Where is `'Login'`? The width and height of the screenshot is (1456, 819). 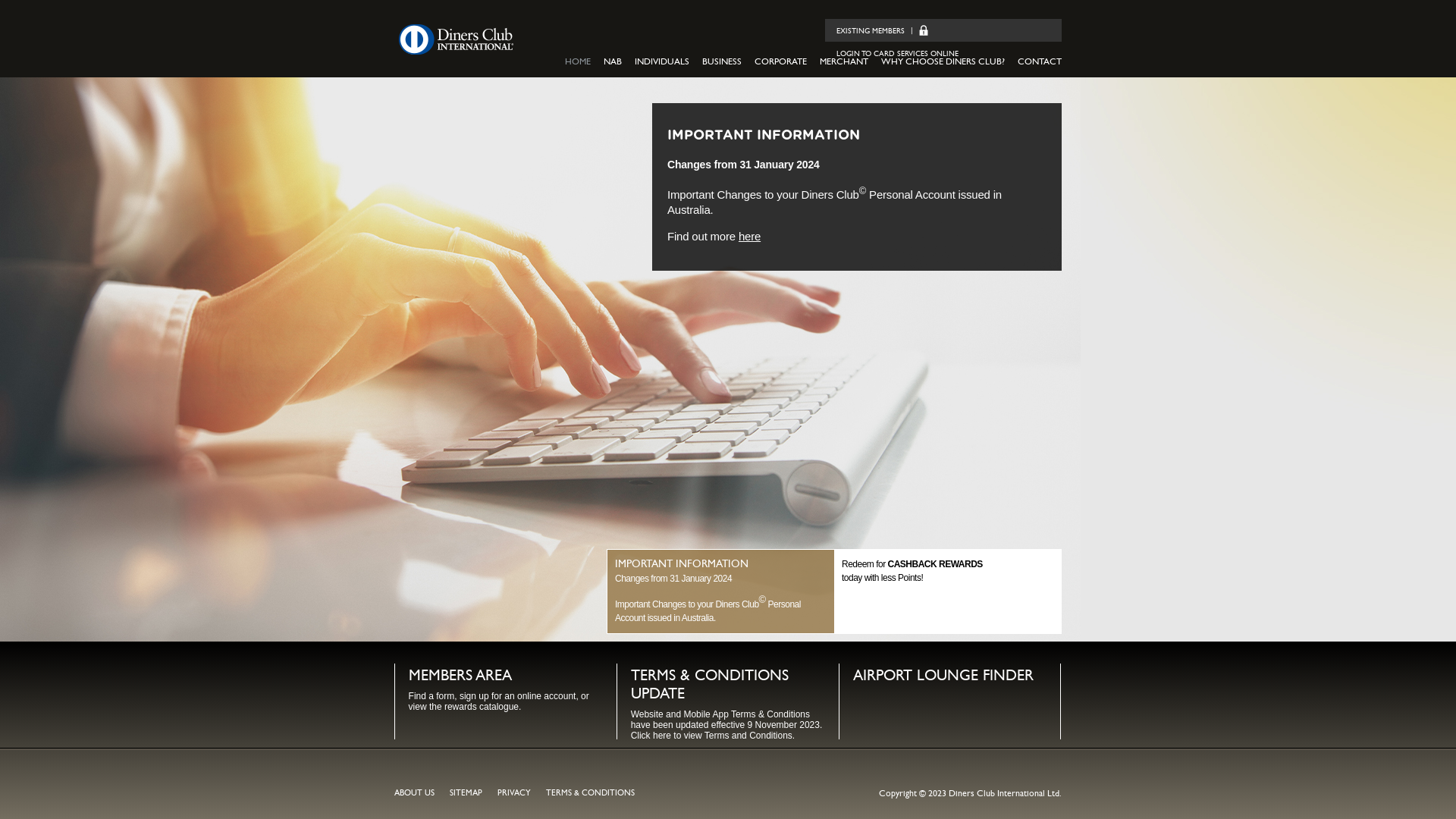
'Login' is located at coordinates (912, 30).